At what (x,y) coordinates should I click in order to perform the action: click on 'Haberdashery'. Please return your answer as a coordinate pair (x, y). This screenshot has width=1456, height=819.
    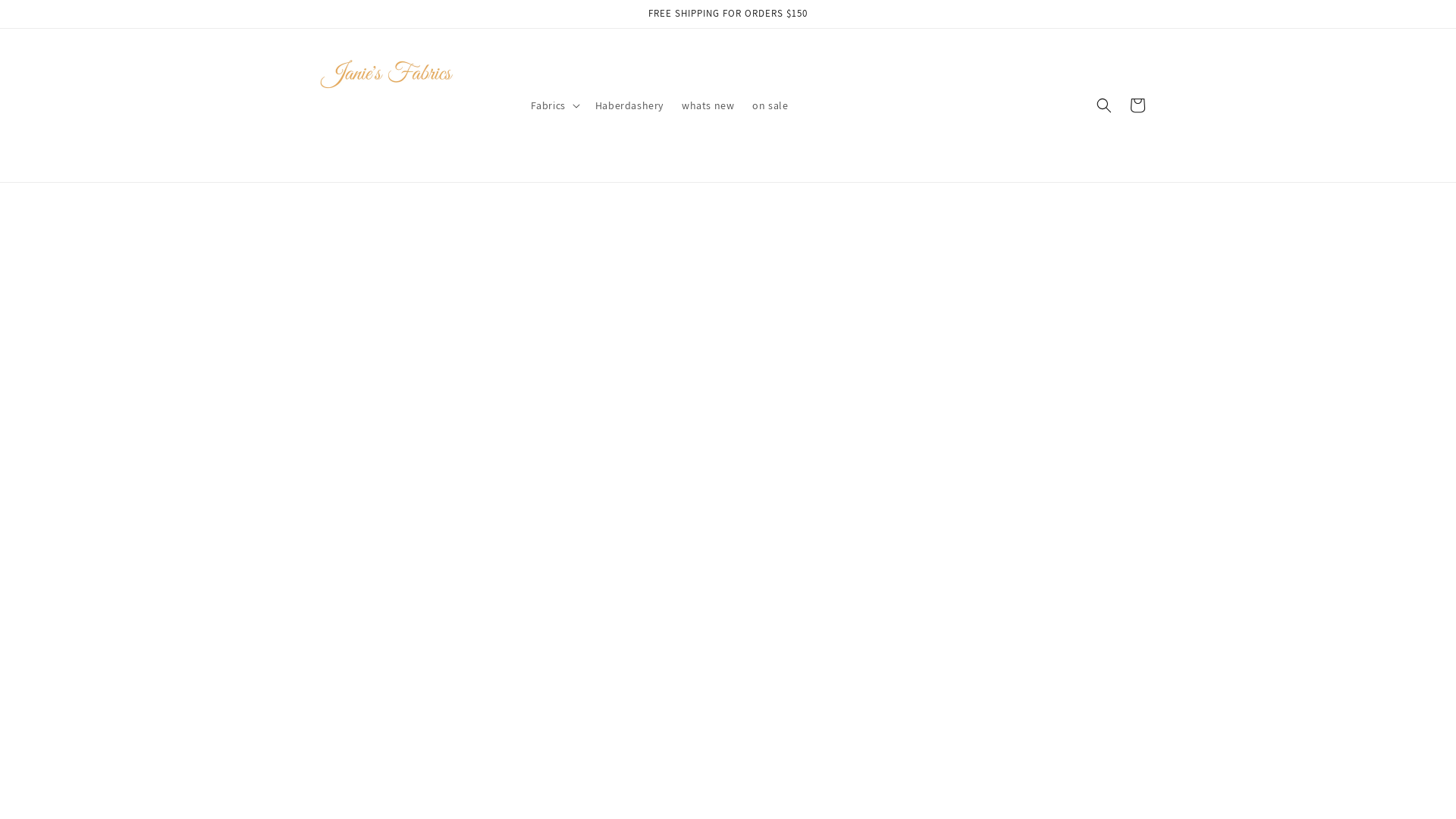
    Looking at the image, I should click on (629, 104).